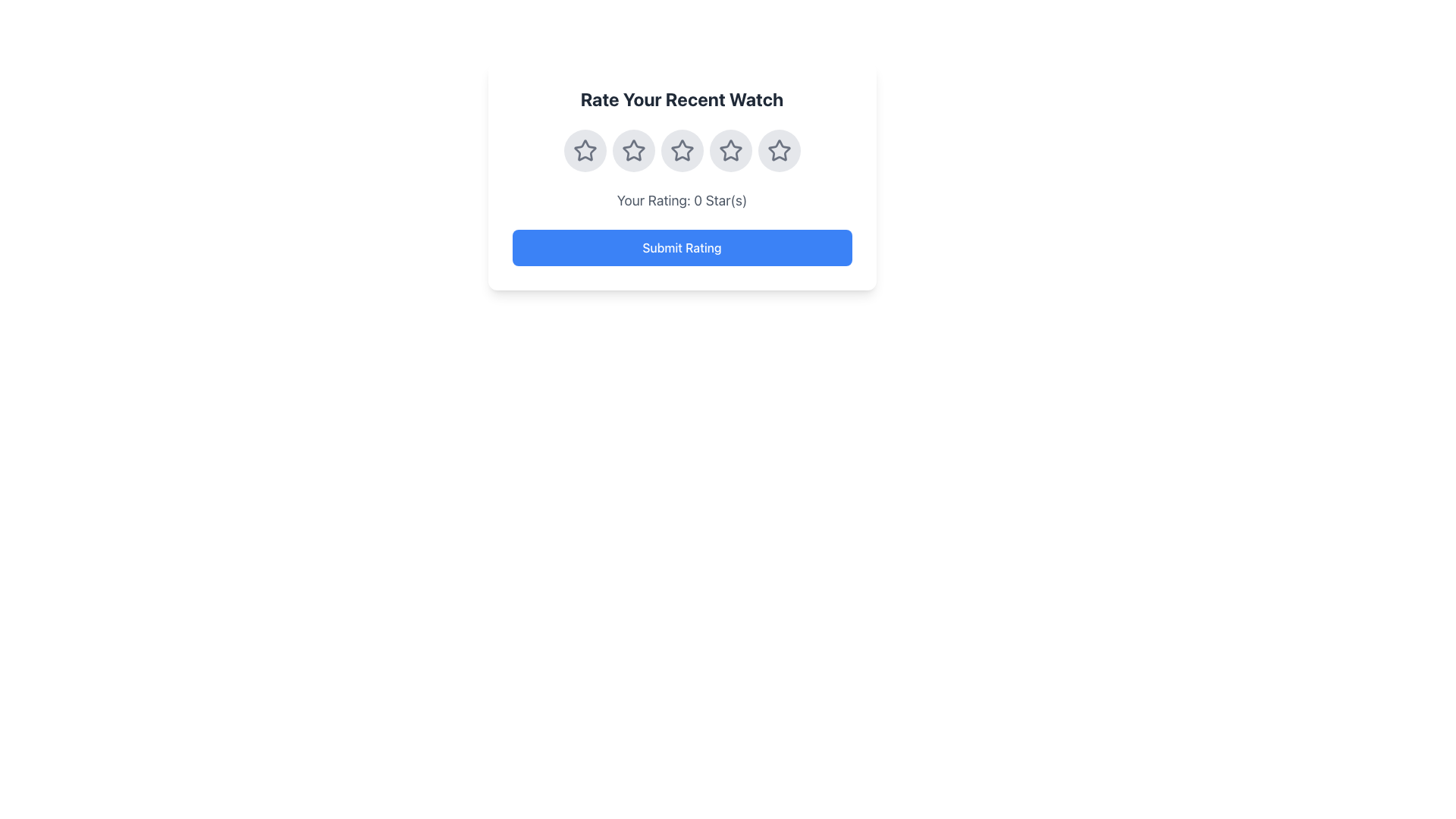 This screenshot has height=819, width=1456. Describe the element at coordinates (584, 151) in the screenshot. I see `the first star button in the 5-star rating system` at that location.